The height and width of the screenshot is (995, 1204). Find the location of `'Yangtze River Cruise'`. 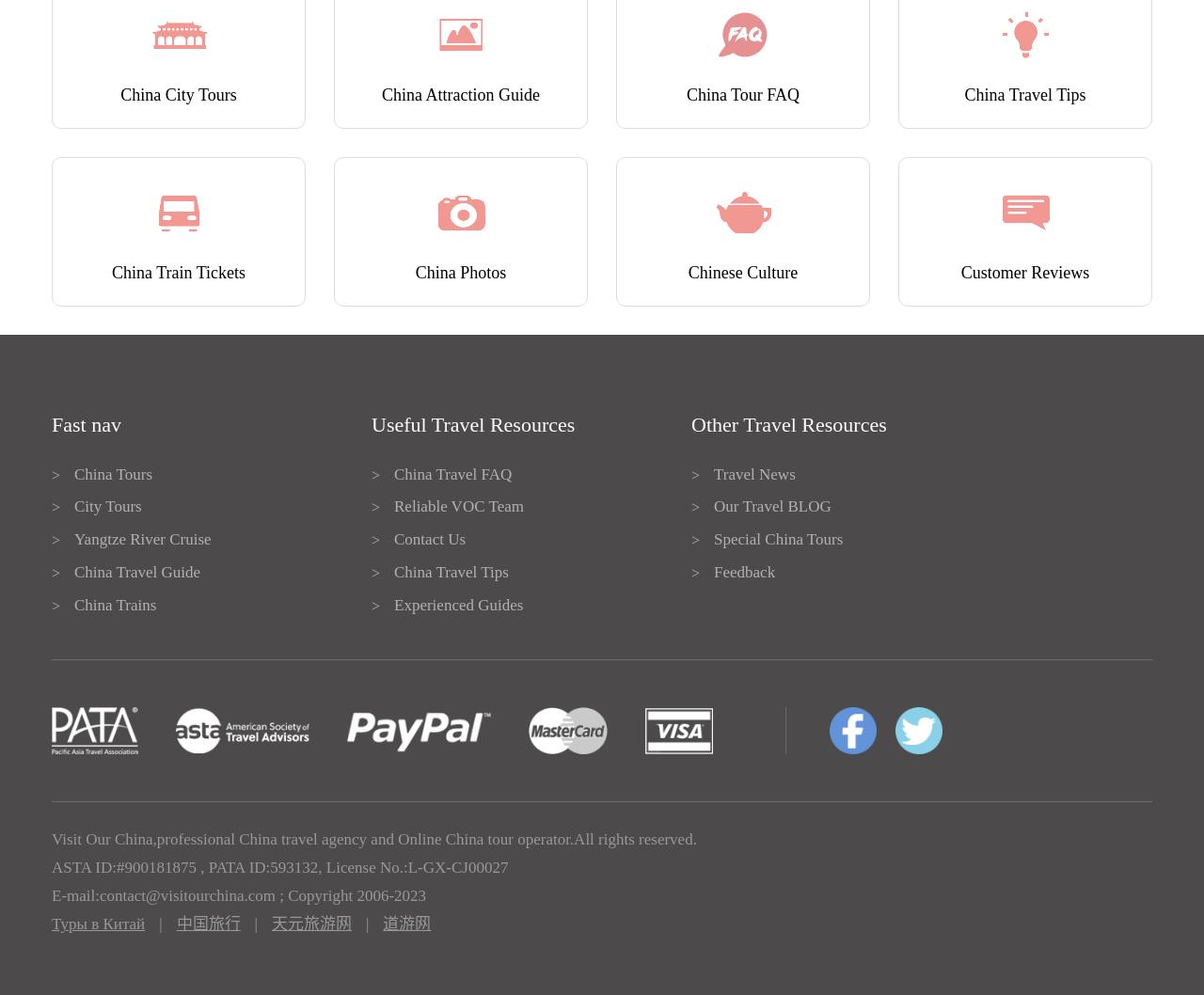

'Yangtze River Cruise' is located at coordinates (141, 539).